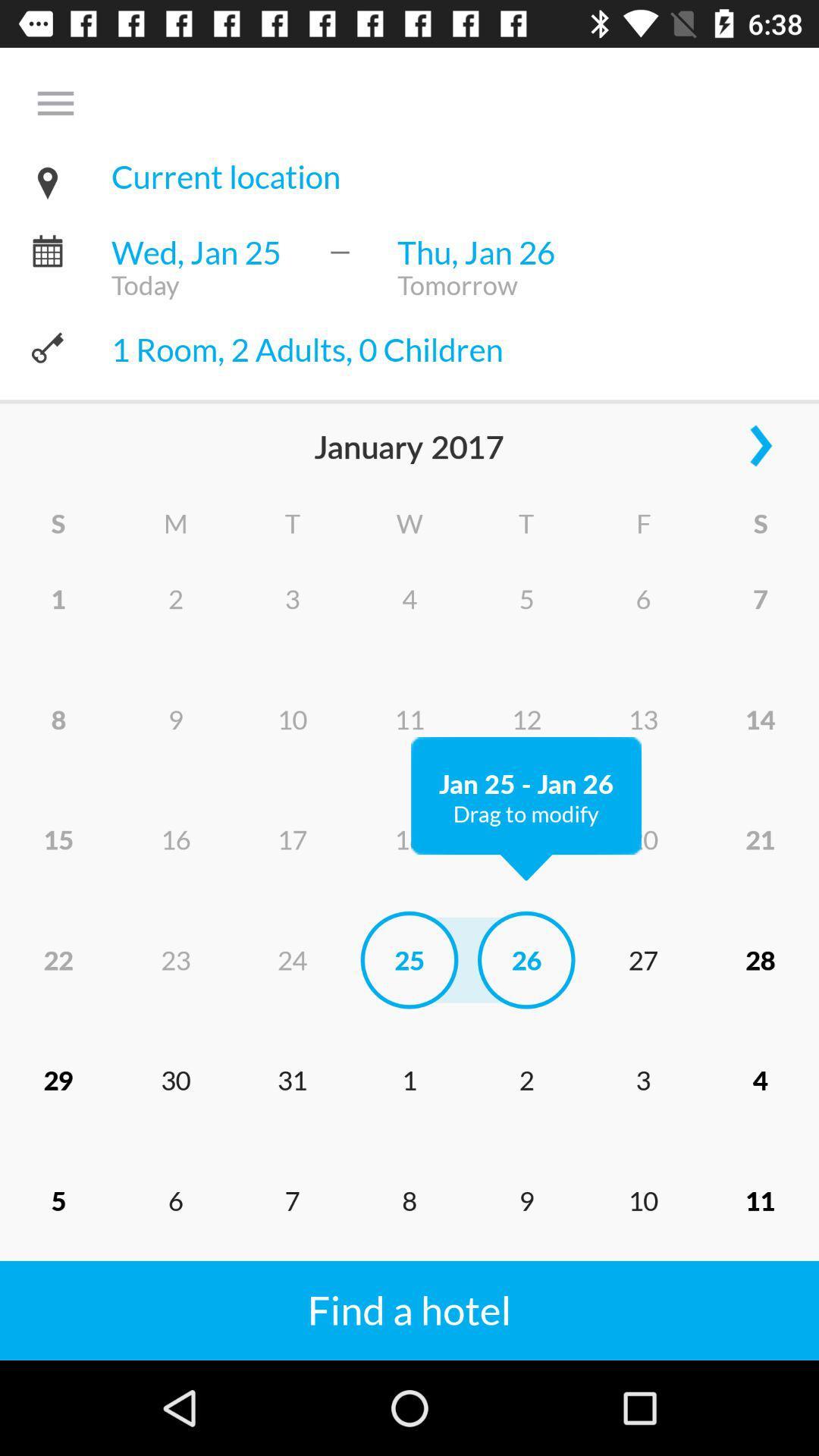 The image size is (819, 1456). What do you see at coordinates (290, 1291) in the screenshot?
I see `on the text find a hotel` at bounding box center [290, 1291].